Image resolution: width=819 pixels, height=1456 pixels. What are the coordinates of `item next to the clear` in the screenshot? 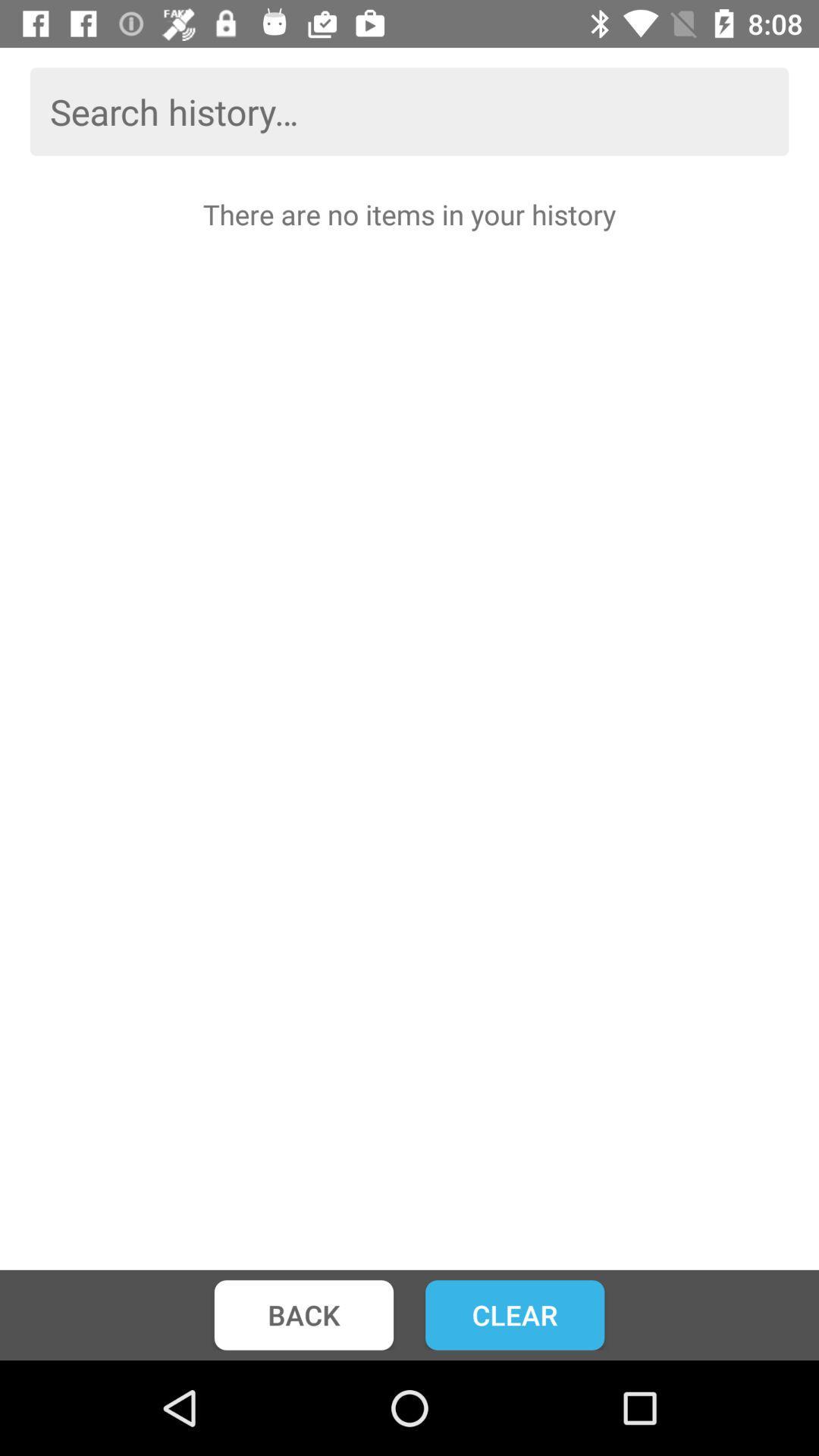 It's located at (303, 1314).